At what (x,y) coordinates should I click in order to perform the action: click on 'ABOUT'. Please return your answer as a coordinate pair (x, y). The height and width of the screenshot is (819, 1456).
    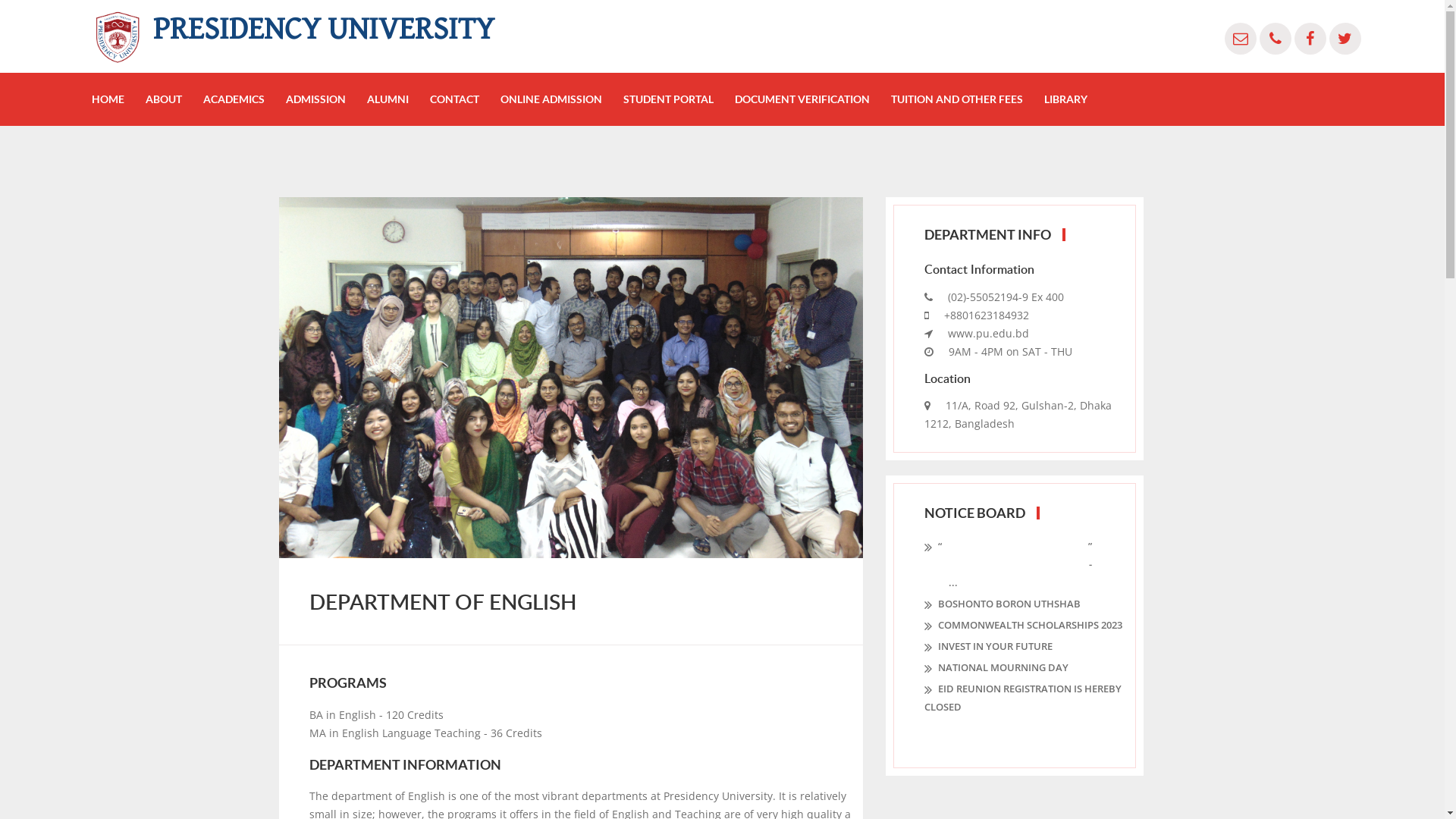
    Looking at the image, I should click on (164, 99).